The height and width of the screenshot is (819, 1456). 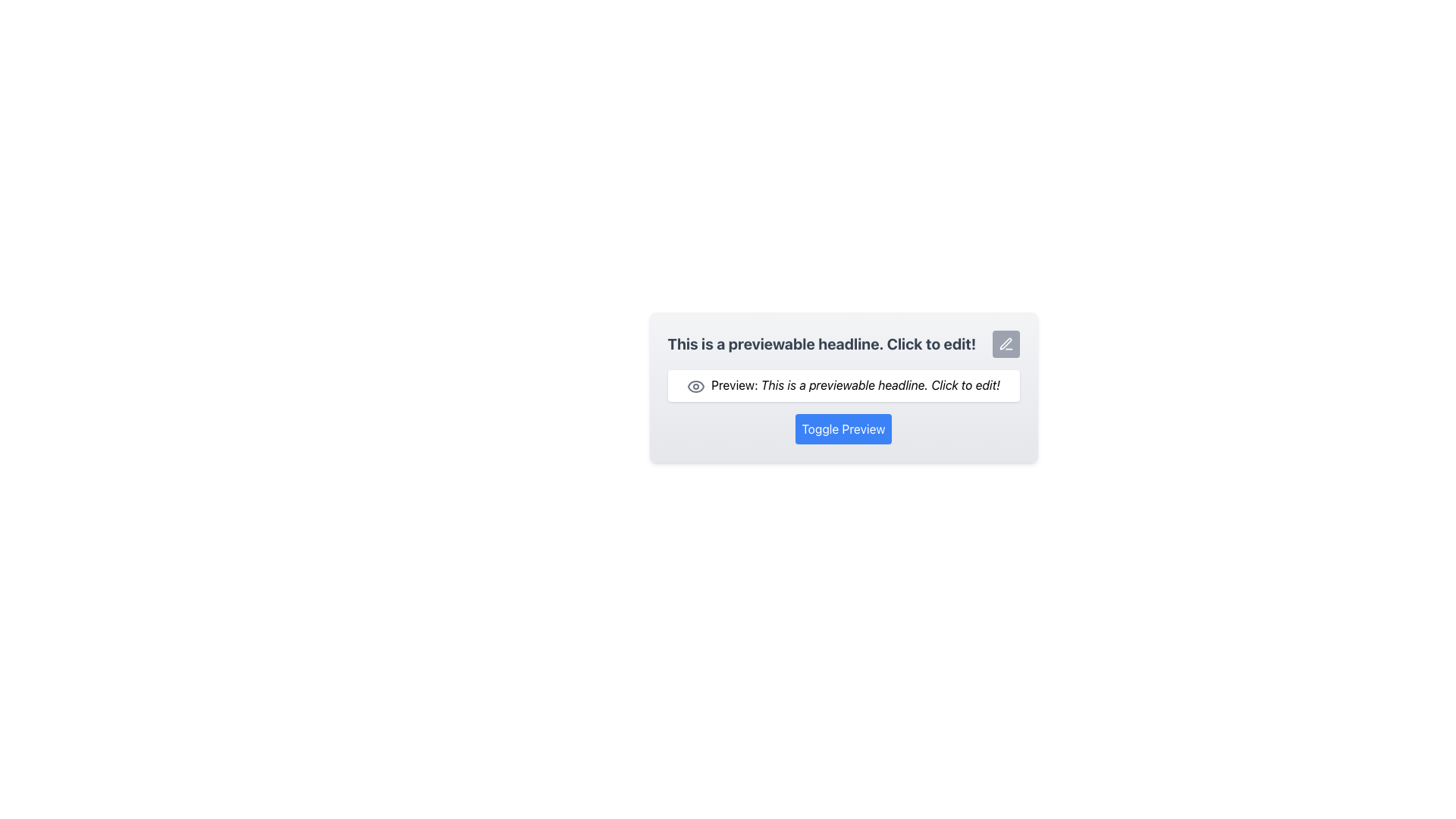 What do you see at coordinates (843, 384) in the screenshot?
I see `the editable text box that serves as a description or preview, located below the main headline and above the 'Toggle Preview' button` at bounding box center [843, 384].